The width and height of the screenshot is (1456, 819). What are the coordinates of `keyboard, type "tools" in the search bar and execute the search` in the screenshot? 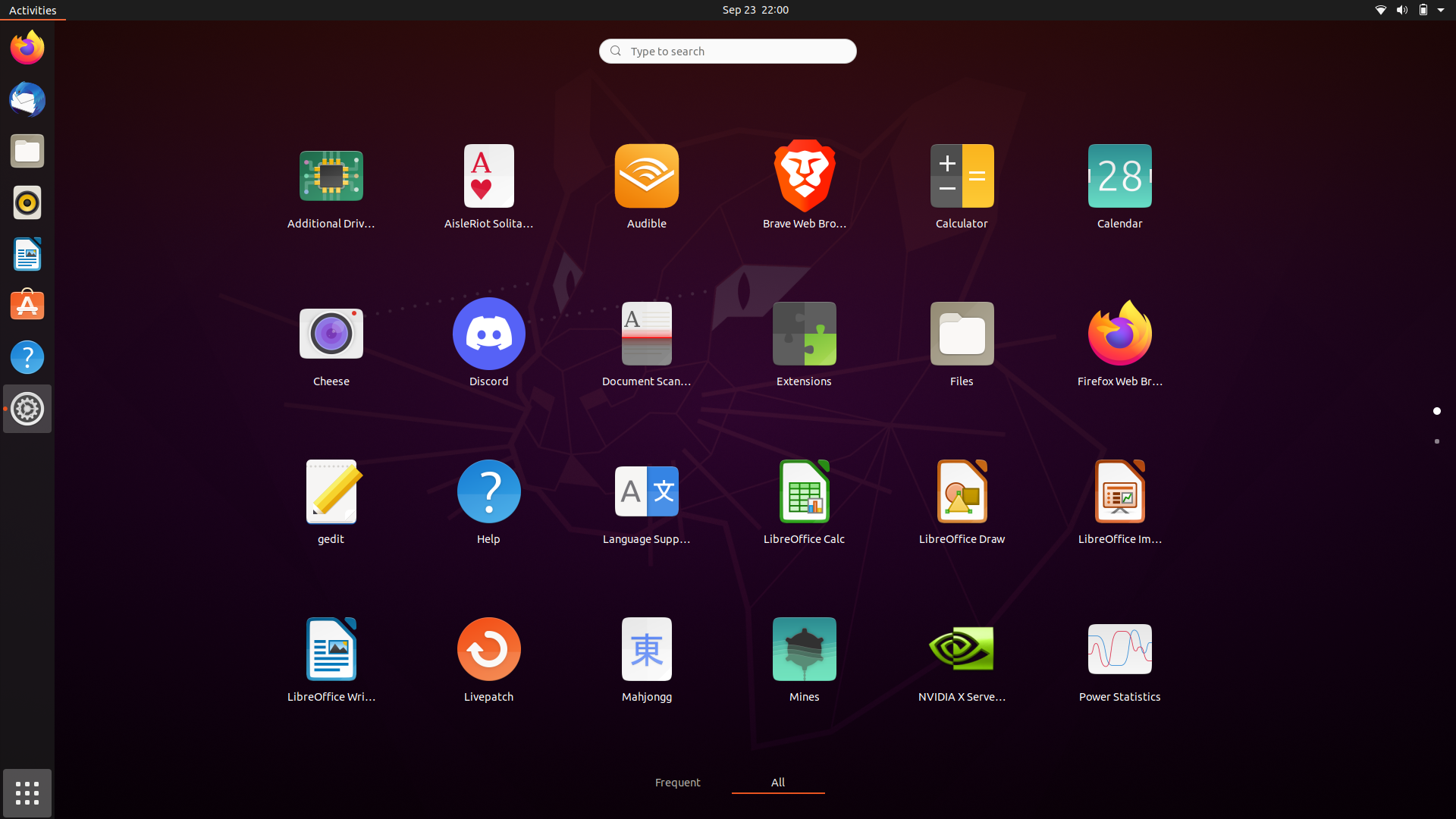 It's located at (726, 49).